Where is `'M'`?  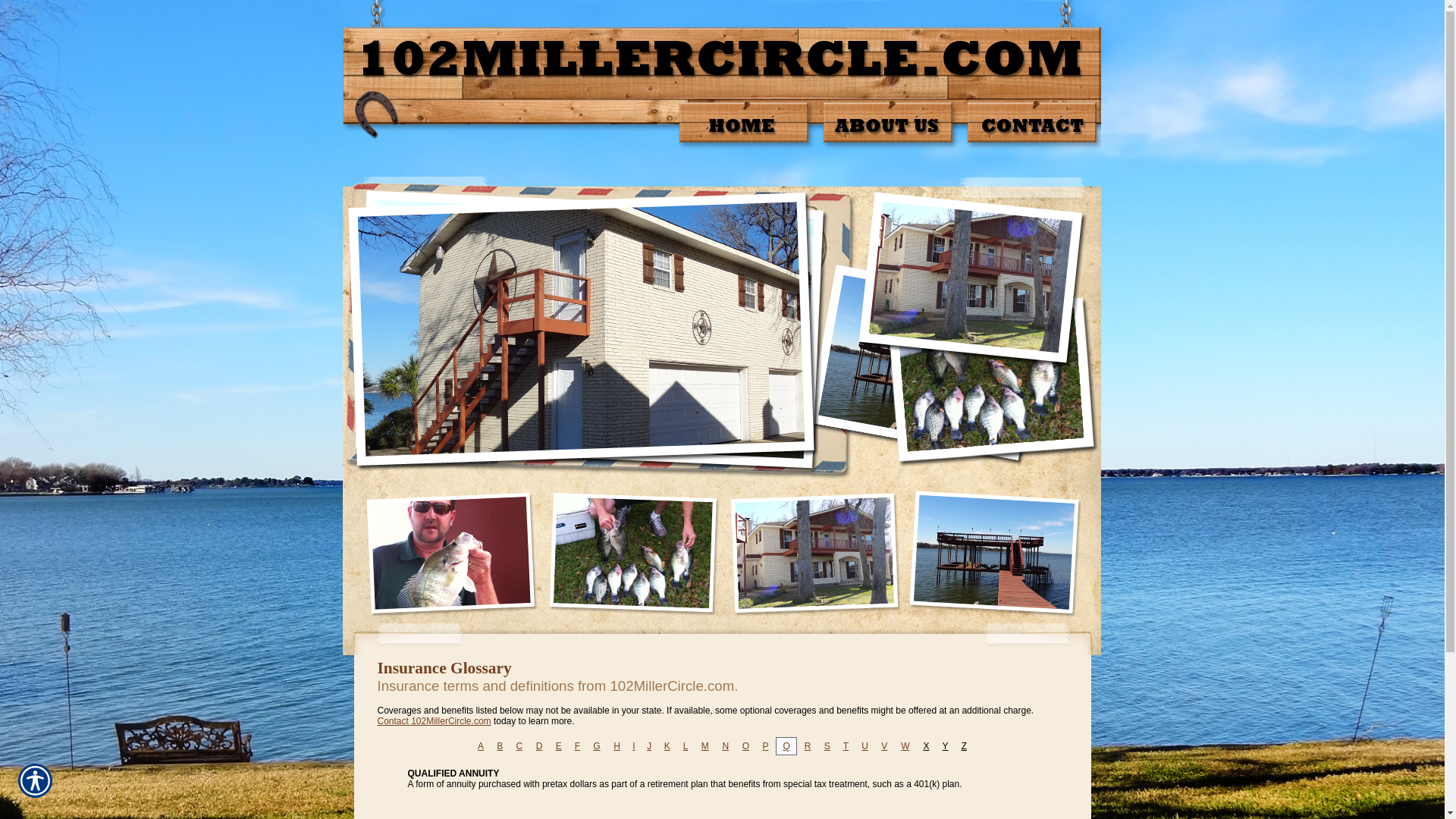 'M' is located at coordinates (704, 745).